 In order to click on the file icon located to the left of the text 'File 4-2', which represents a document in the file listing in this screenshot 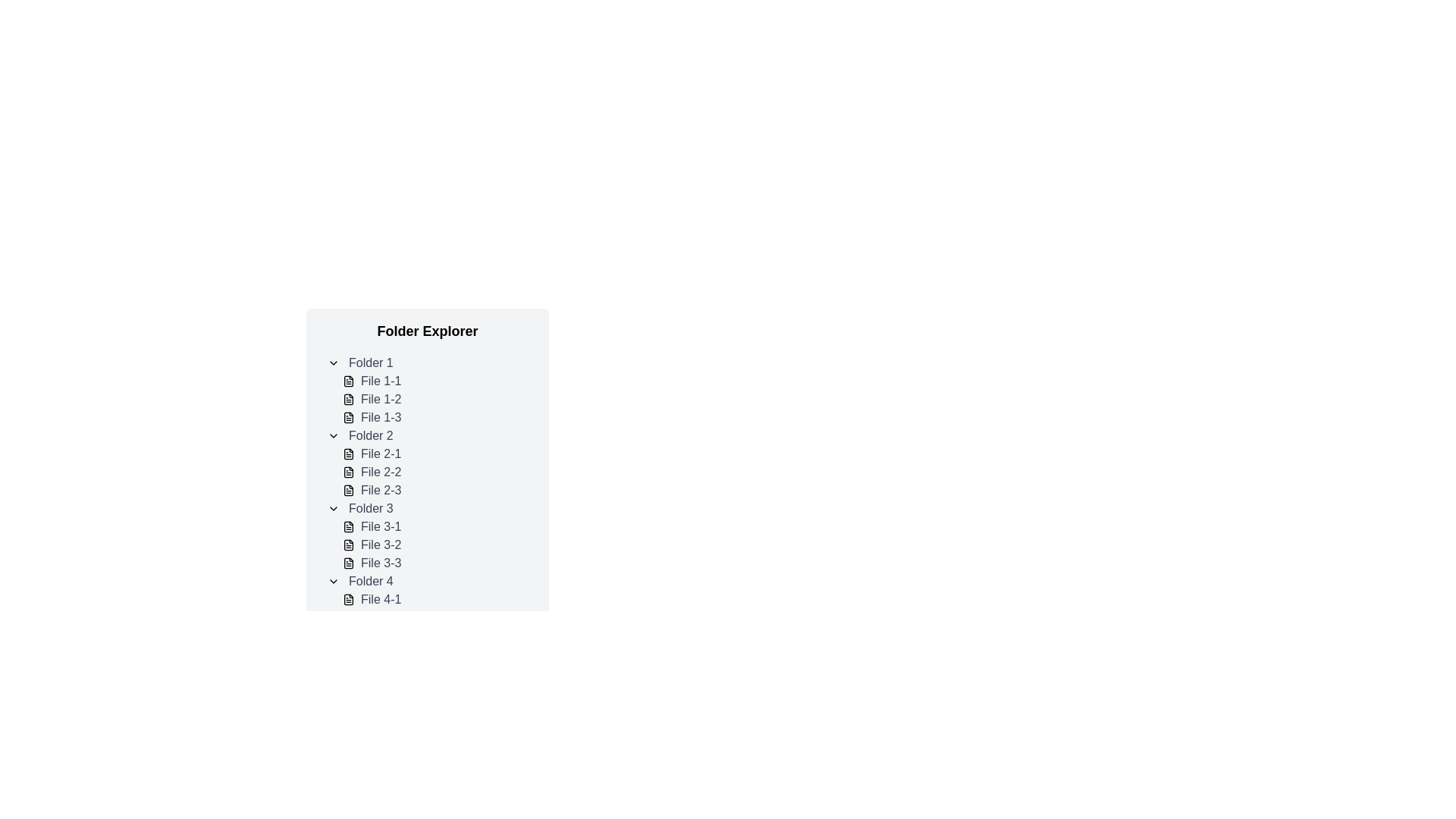, I will do `click(348, 617)`.